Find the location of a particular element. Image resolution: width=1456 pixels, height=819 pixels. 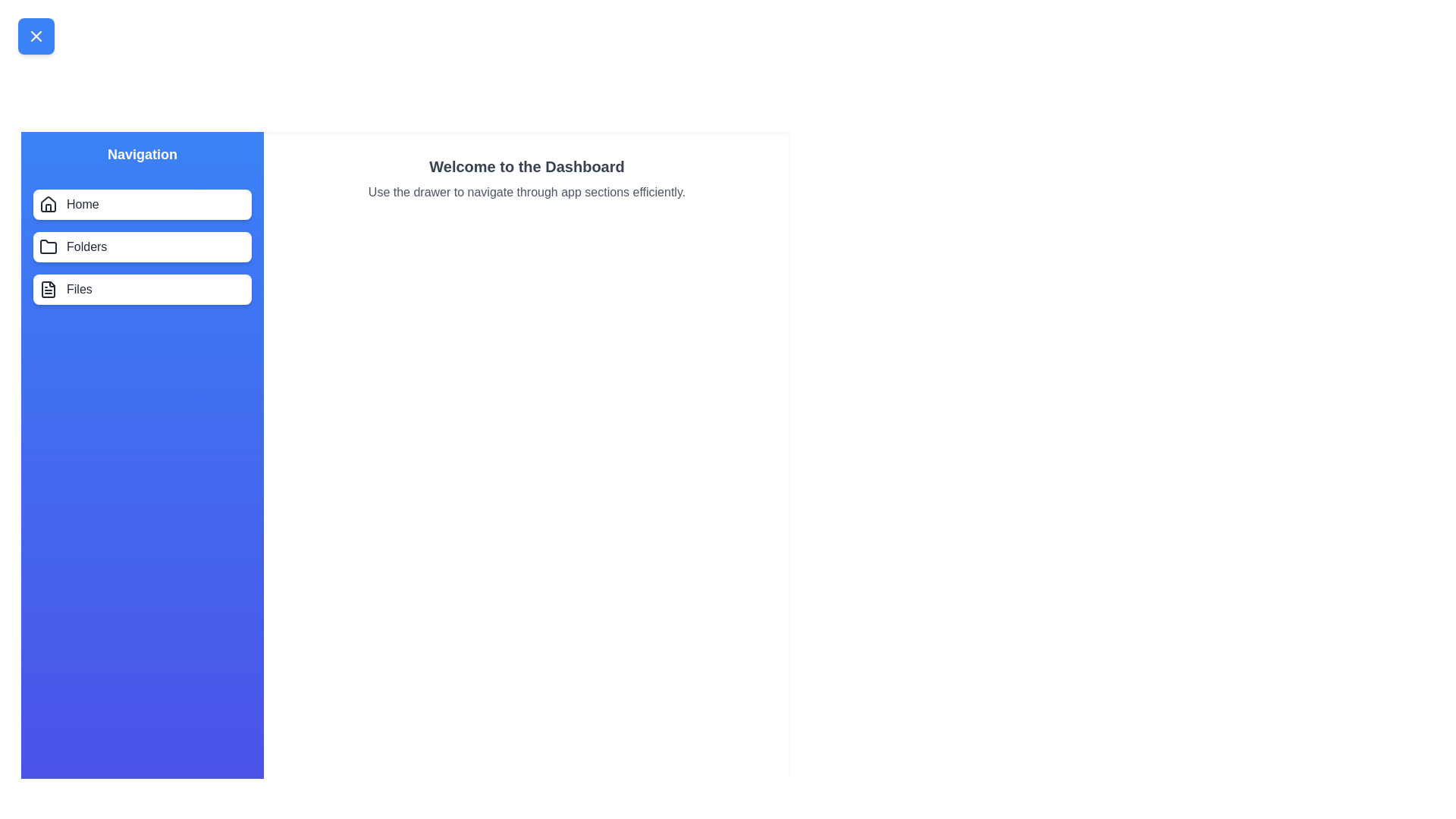

the menu item Folders is located at coordinates (142, 246).